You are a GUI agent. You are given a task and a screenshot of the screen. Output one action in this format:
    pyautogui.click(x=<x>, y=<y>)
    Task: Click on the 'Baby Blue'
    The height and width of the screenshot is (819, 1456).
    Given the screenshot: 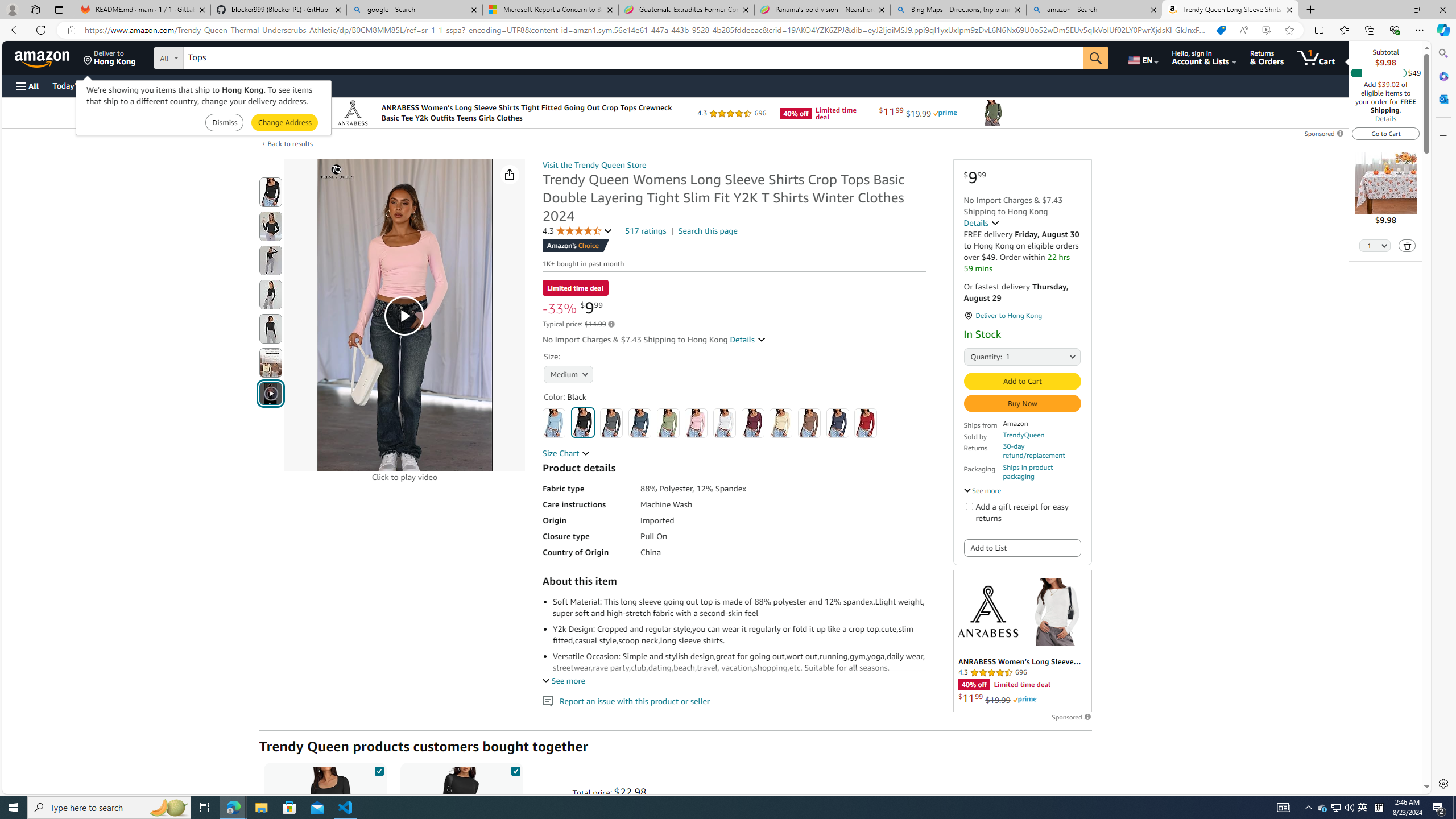 What is the action you would take?
    pyautogui.click(x=554, y=422)
    